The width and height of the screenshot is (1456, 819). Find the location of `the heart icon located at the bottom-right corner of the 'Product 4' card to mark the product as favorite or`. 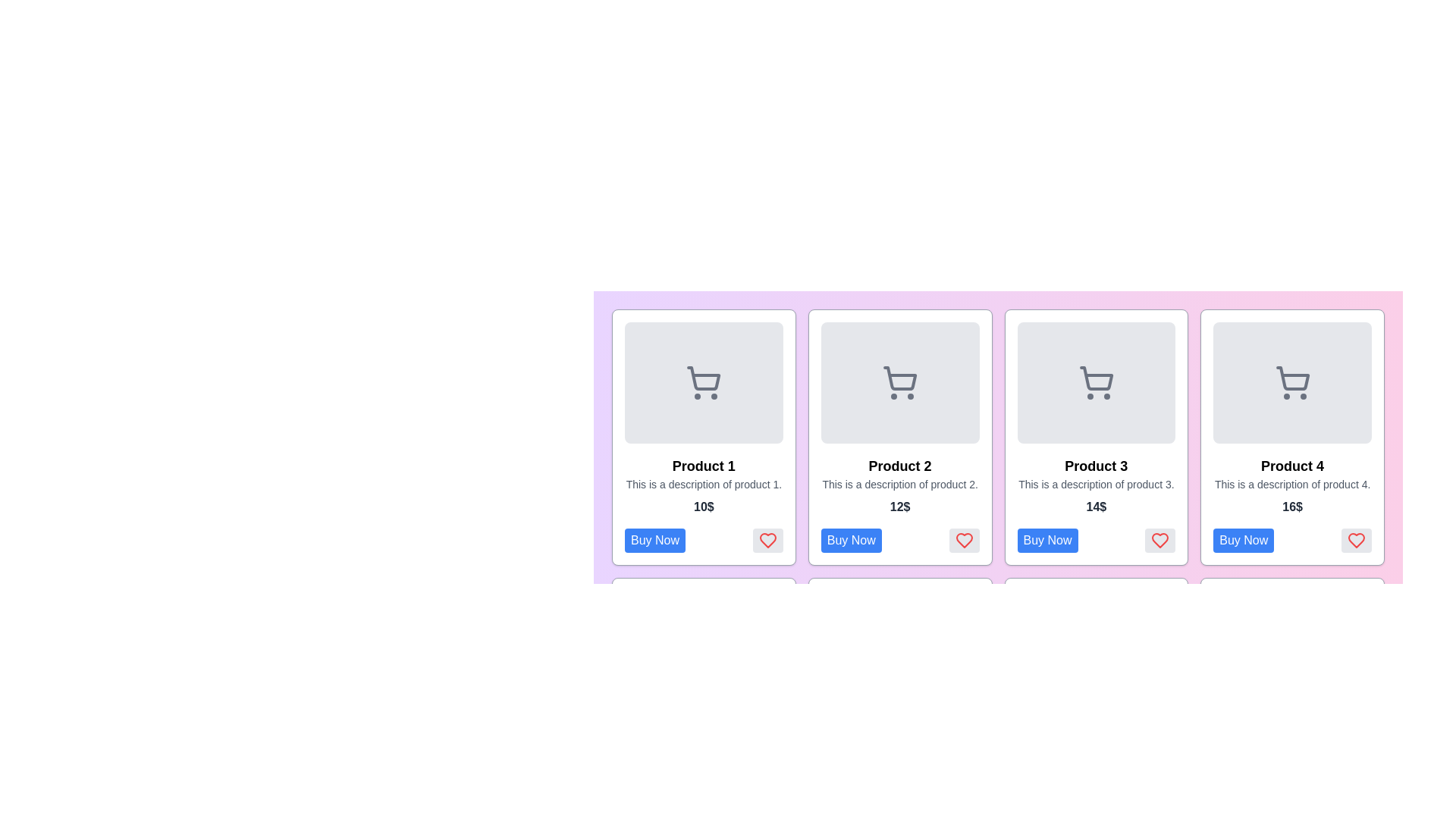

the heart icon located at the bottom-right corner of the 'Product 4' card to mark the product as favorite or is located at coordinates (1357, 540).